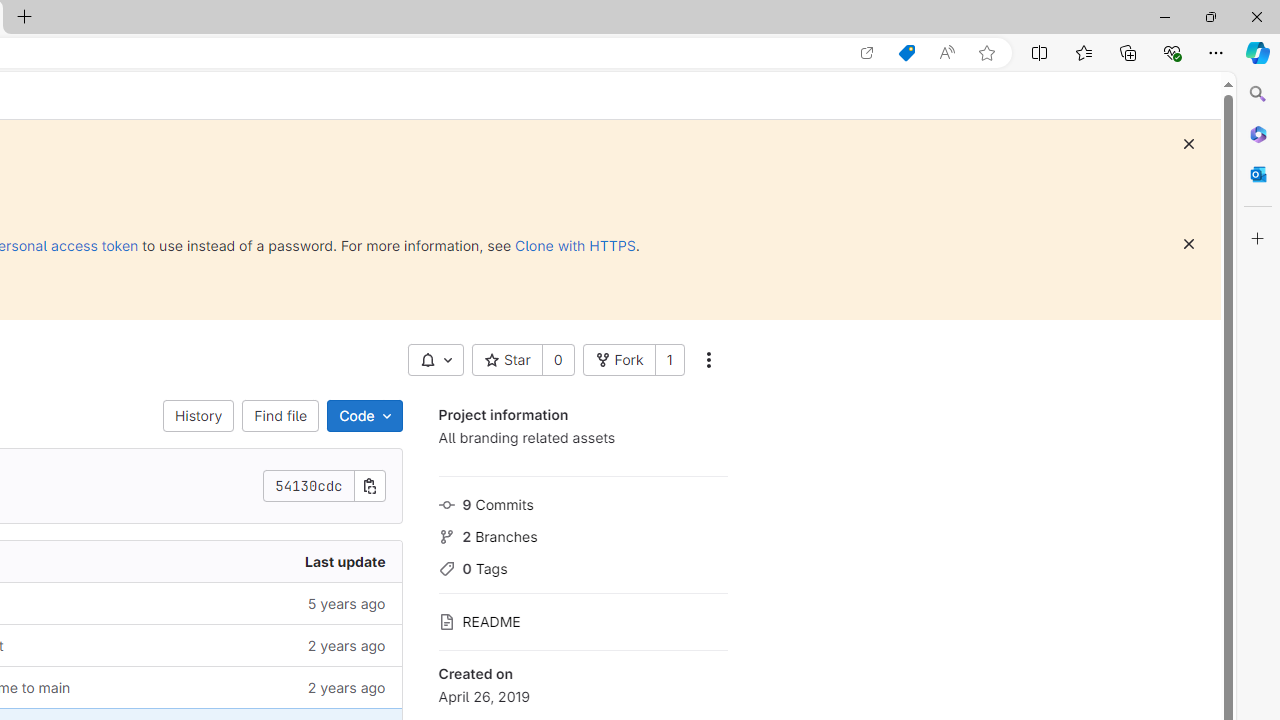 This screenshot has height=720, width=1280. Describe the element at coordinates (279, 415) in the screenshot. I see `'Find file'` at that location.